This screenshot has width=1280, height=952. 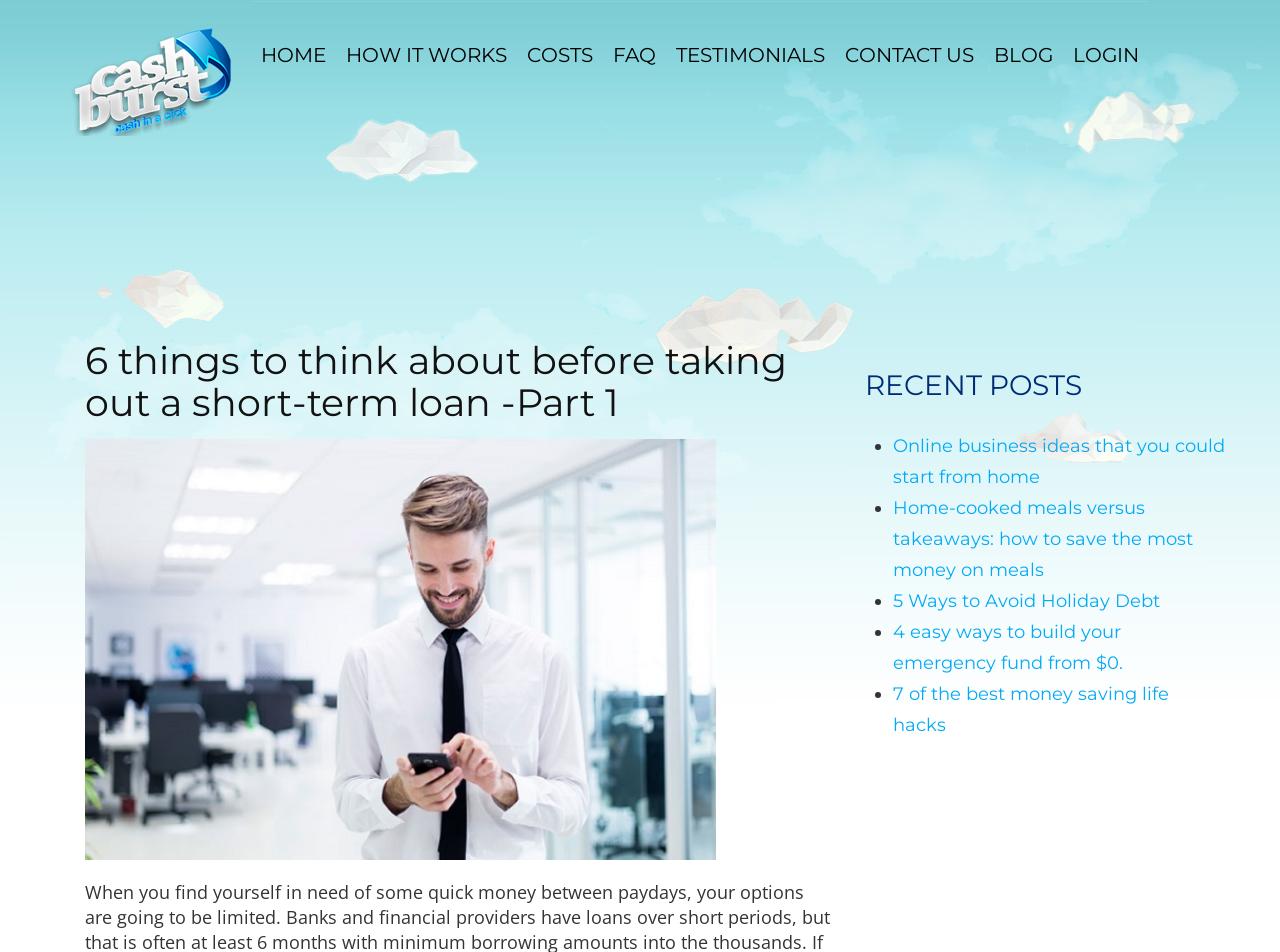 I want to click on 'Online business ideas that you could start from home', so click(x=1057, y=460).